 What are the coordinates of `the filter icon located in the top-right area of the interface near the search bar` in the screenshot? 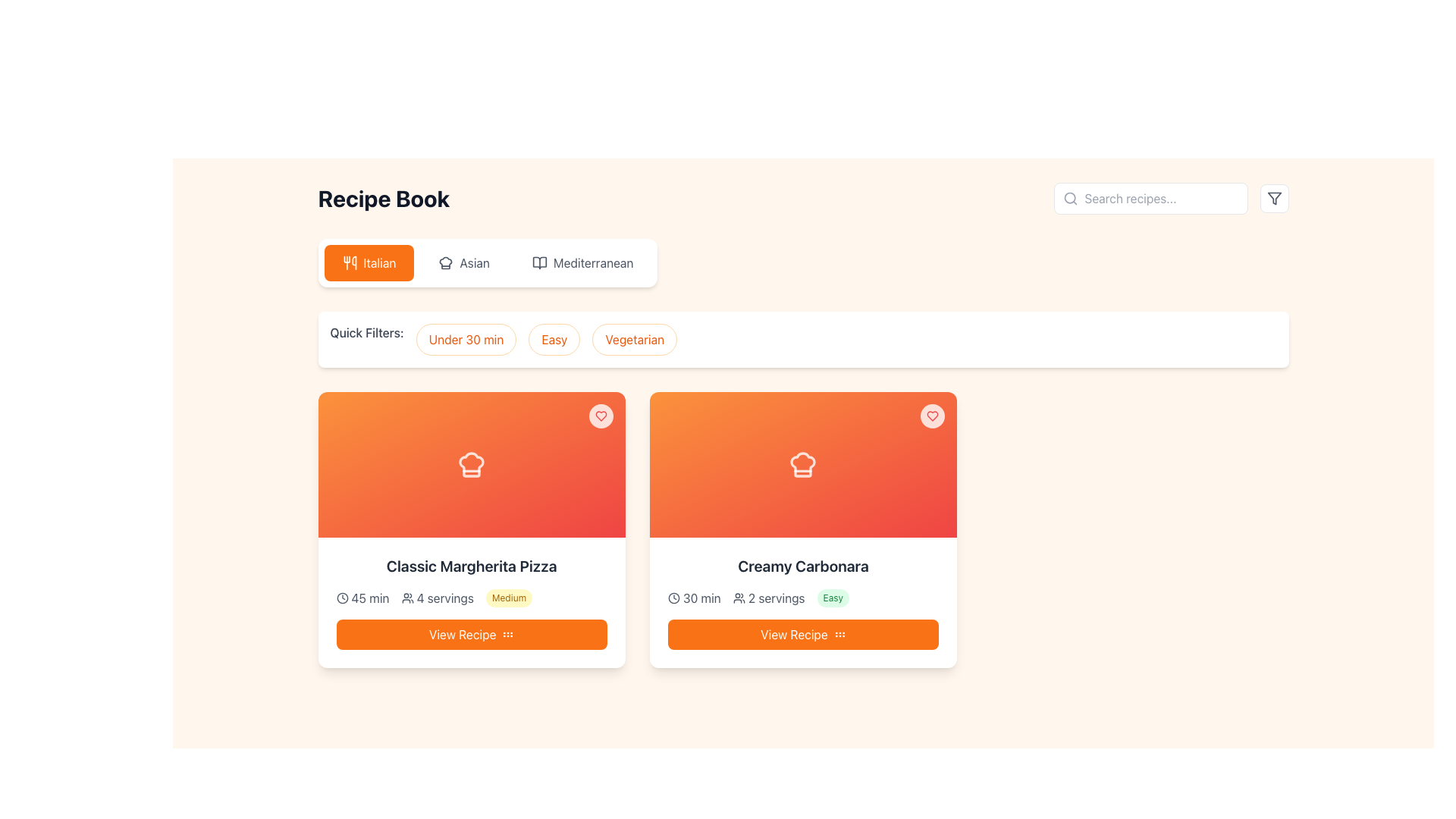 It's located at (1274, 198).